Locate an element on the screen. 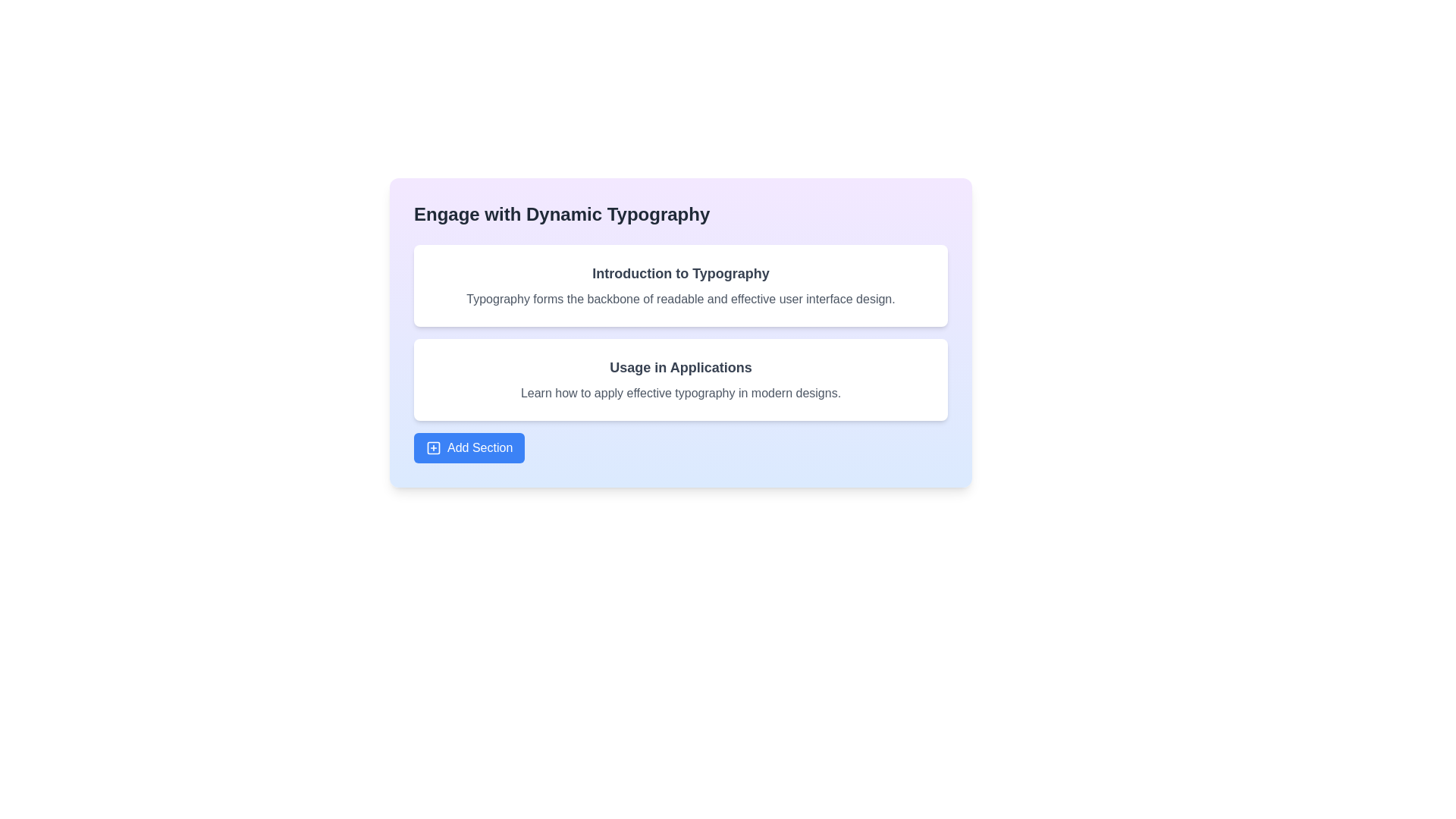 Image resolution: width=1456 pixels, height=819 pixels. the 'Add Section' button, which is located at the bottom-left corner of the main interface panel and includes an icon for adding or creating a new section is located at coordinates (432, 447).